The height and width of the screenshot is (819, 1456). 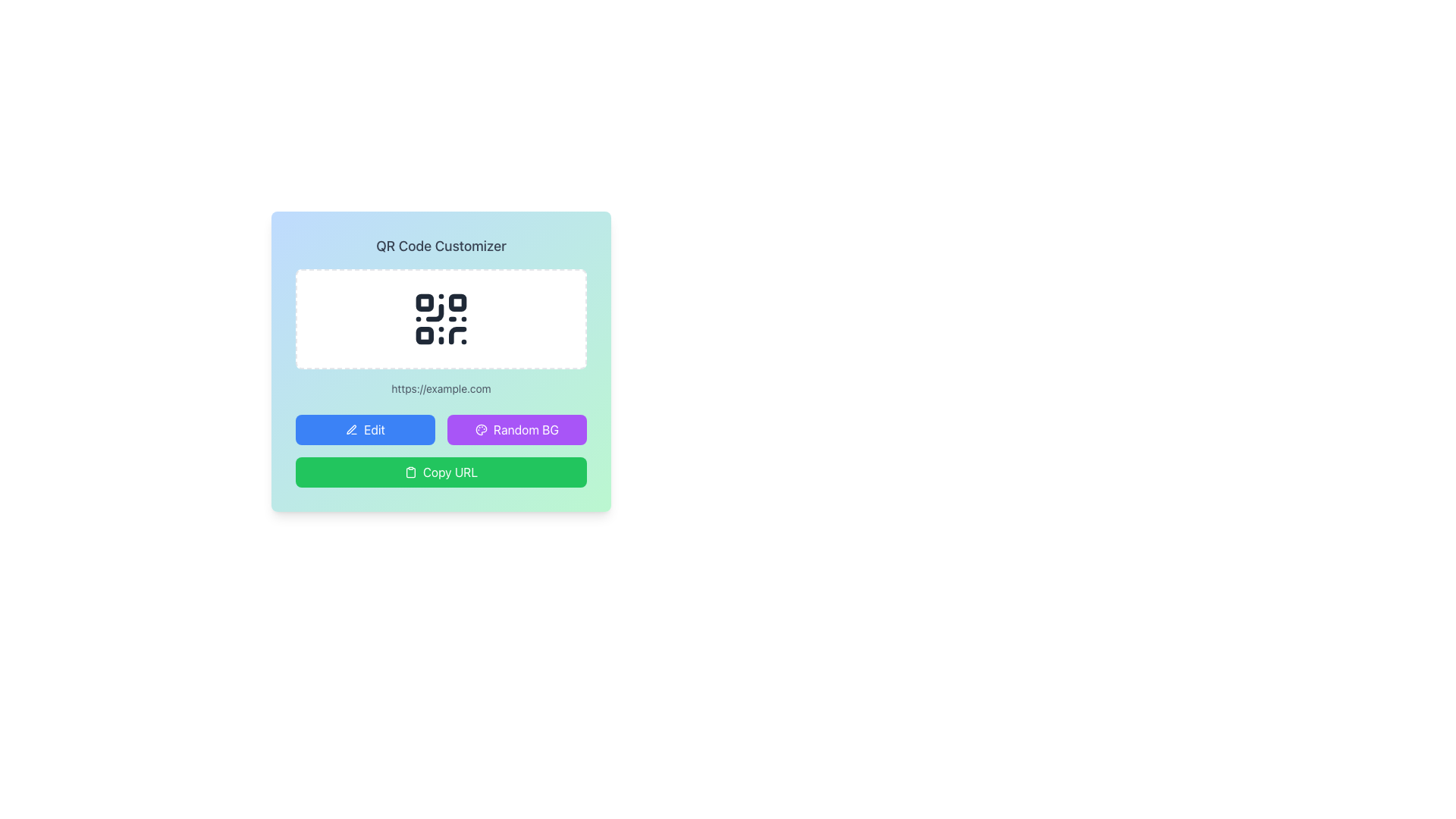 What do you see at coordinates (365, 430) in the screenshot?
I see `the 'Edit' button` at bounding box center [365, 430].